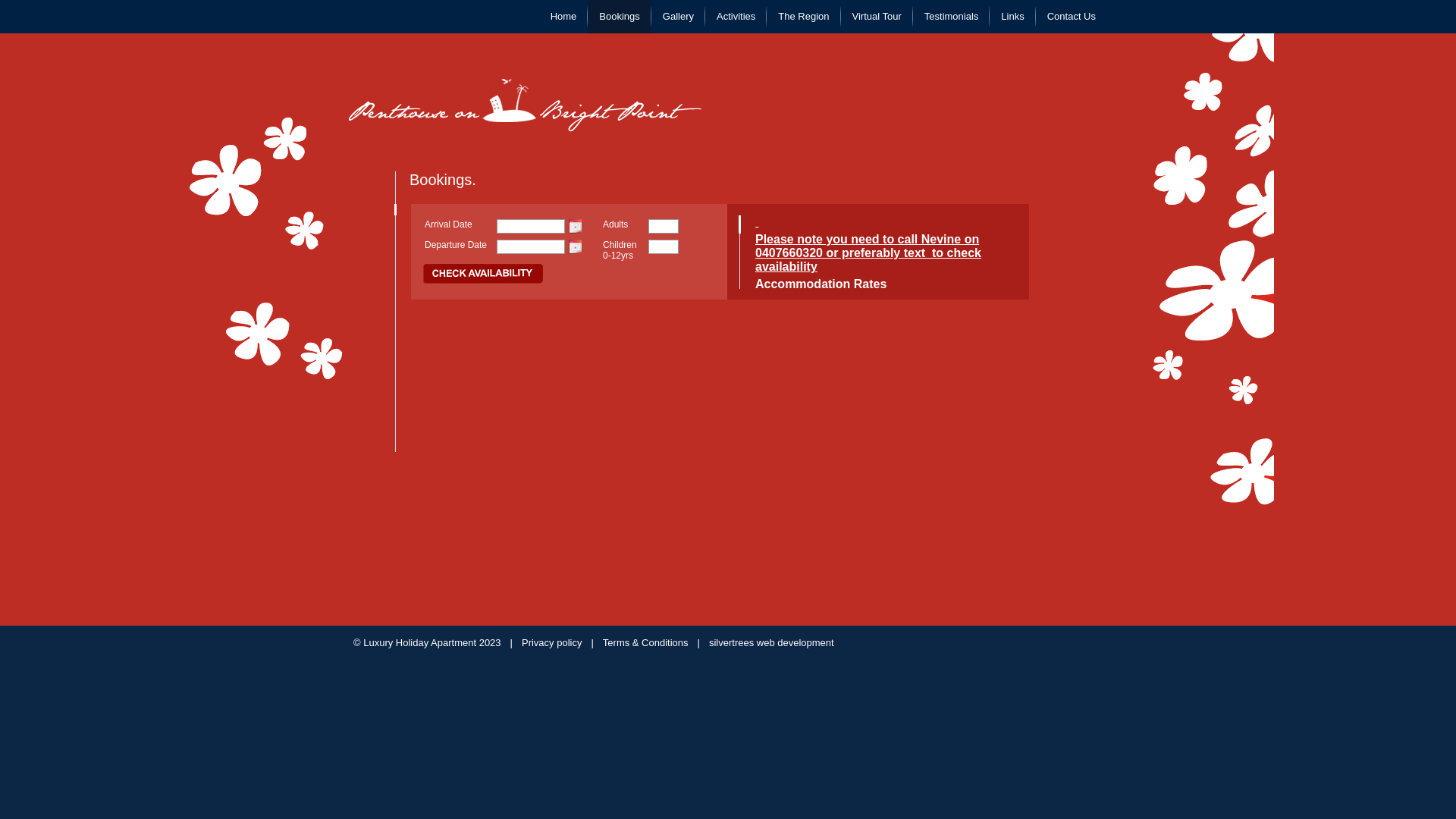 The width and height of the screenshot is (1456, 819). What do you see at coordinates (1012, 17) in the screenshot?
I see `'Links'` at bounding box center [1012, 17].